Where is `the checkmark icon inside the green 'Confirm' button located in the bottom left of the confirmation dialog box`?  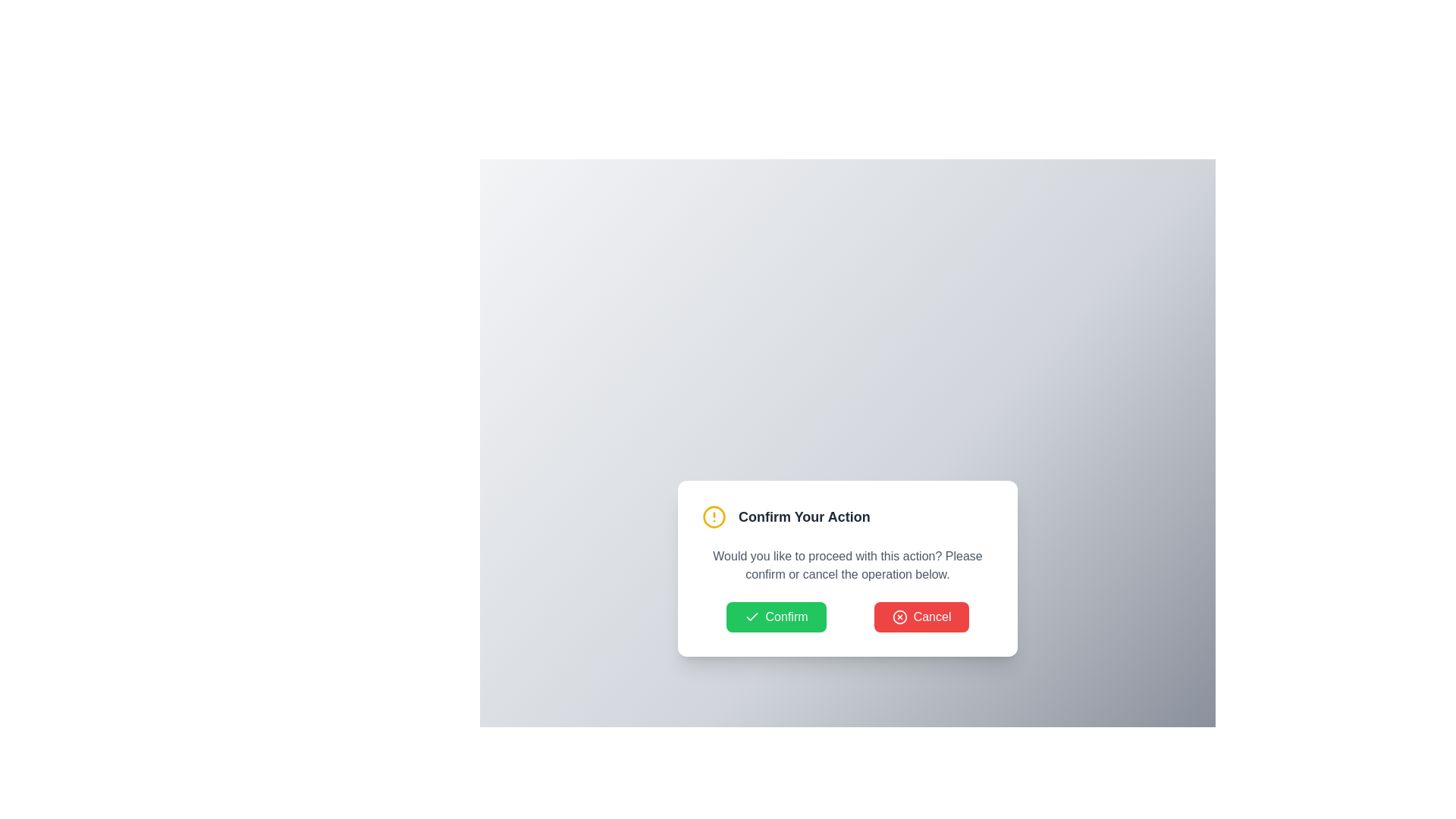 the checkmark icon inside the green 'Confirm' button located in the bottom left of the confirmation dialog box is located at coordinates (752, 617).